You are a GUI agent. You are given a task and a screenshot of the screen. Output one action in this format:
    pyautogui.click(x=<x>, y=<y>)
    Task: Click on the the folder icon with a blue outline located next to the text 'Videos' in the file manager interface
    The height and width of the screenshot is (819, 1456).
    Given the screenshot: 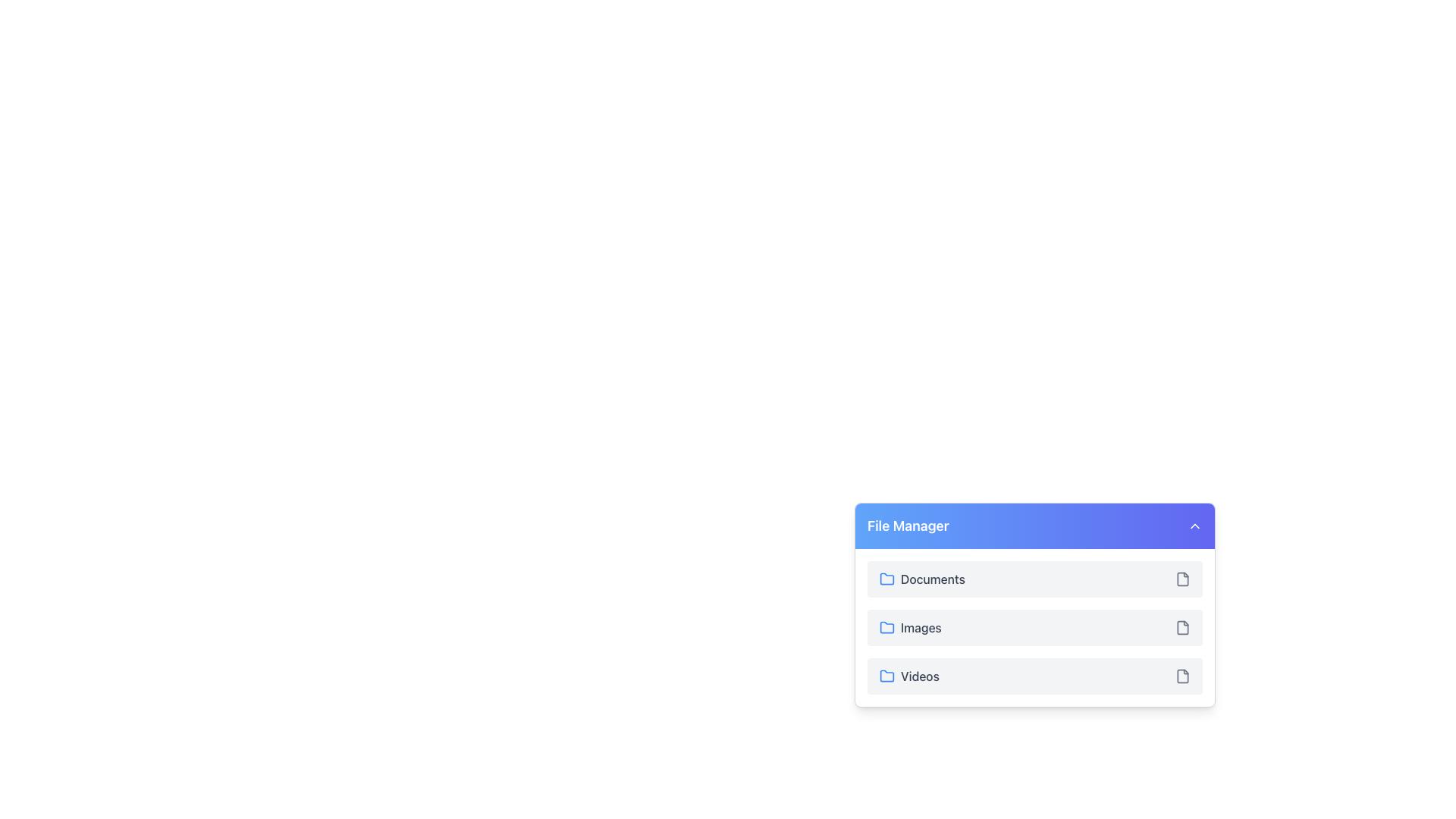 What is the action you would take?
    pyautogui.click(x=887, y=675)
    